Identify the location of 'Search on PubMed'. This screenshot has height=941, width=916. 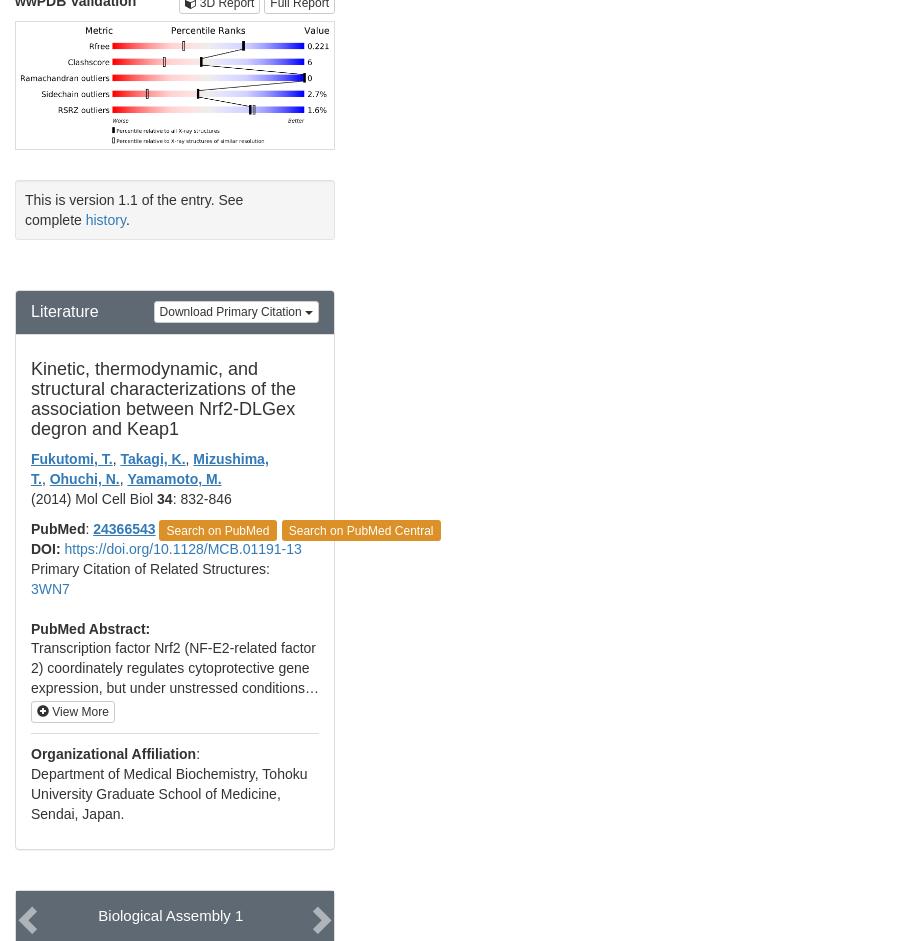
(216, 529).